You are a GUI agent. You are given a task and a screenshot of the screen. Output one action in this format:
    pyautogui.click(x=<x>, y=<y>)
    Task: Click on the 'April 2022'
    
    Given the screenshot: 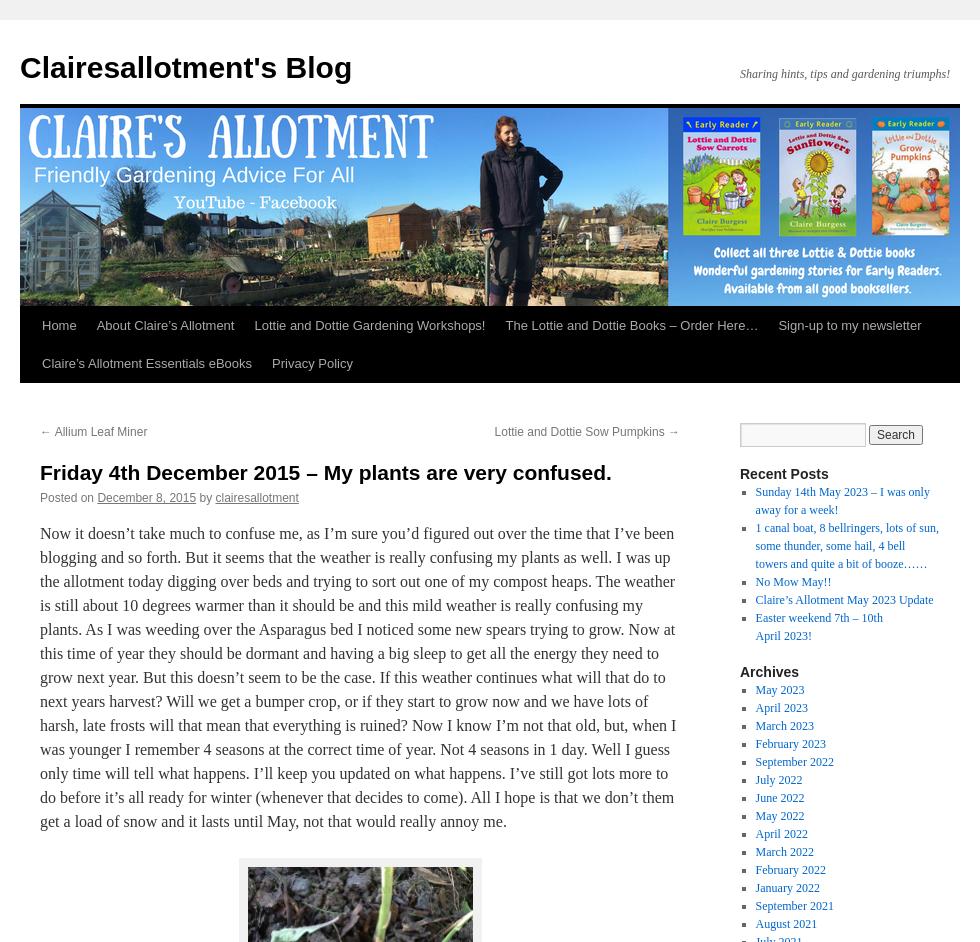 What is the action you would take?
    pyautogui.click(x=780, y=833)
    